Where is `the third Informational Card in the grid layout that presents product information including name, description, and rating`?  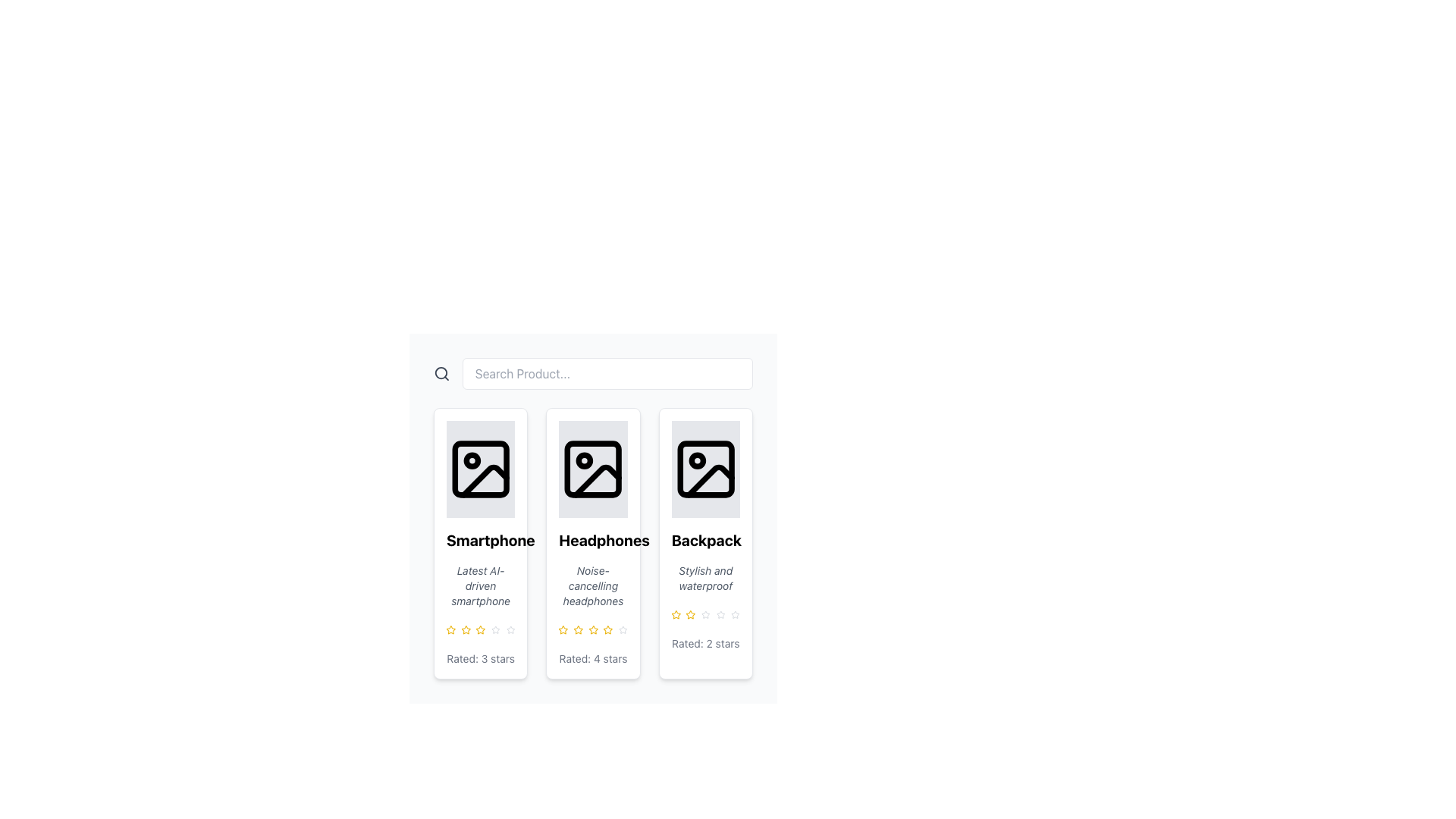 the third Informational Card in the grid layout that presents product information including name, description, and rating is located at coordinates (704, 543).